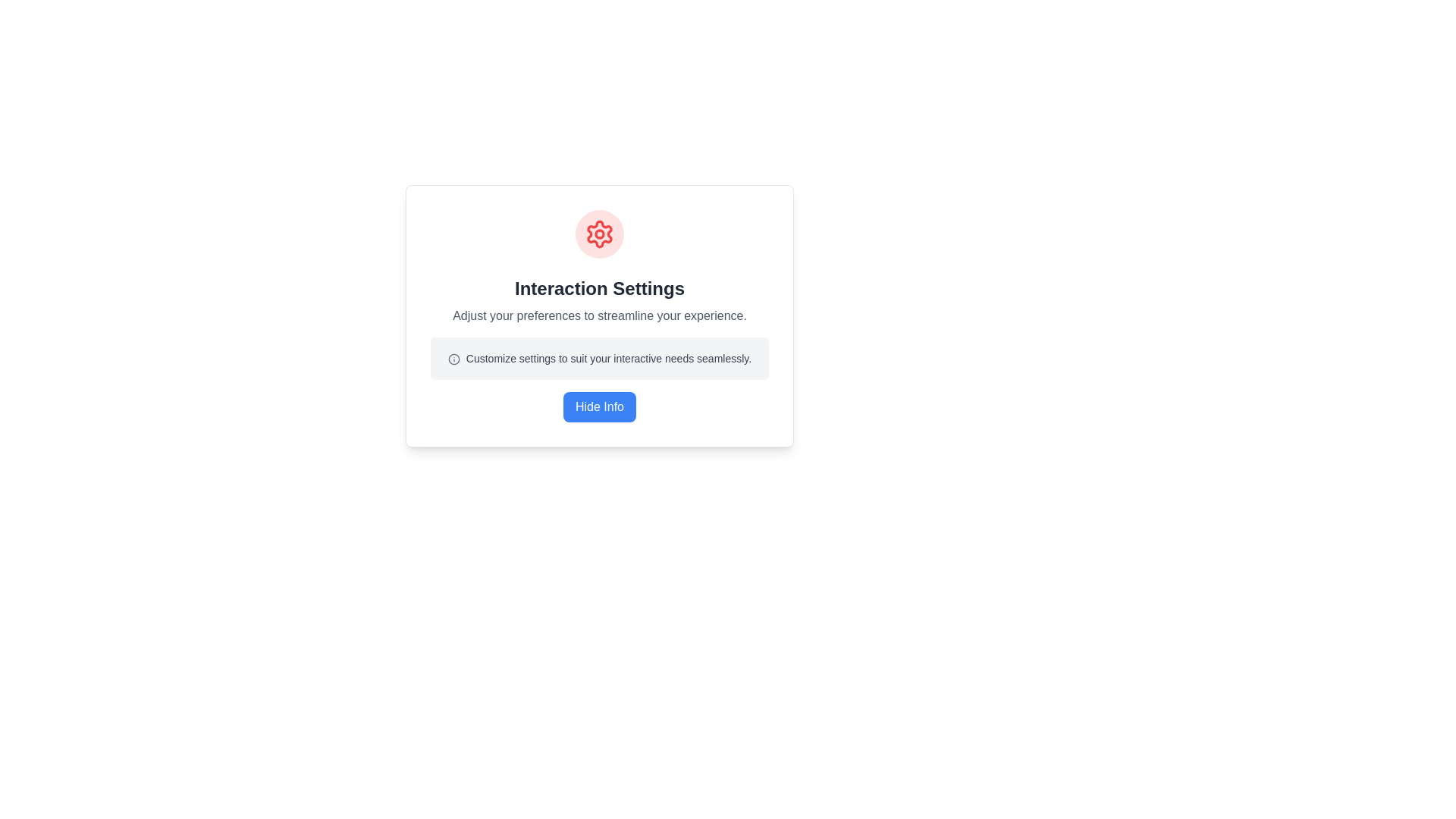  Describe the element at coordinates (599, 234) in the screenshot. I see `the graphical icon element that represents 'Interaction Settings', which is positioned at the top-center of the card above the title text` at that location.